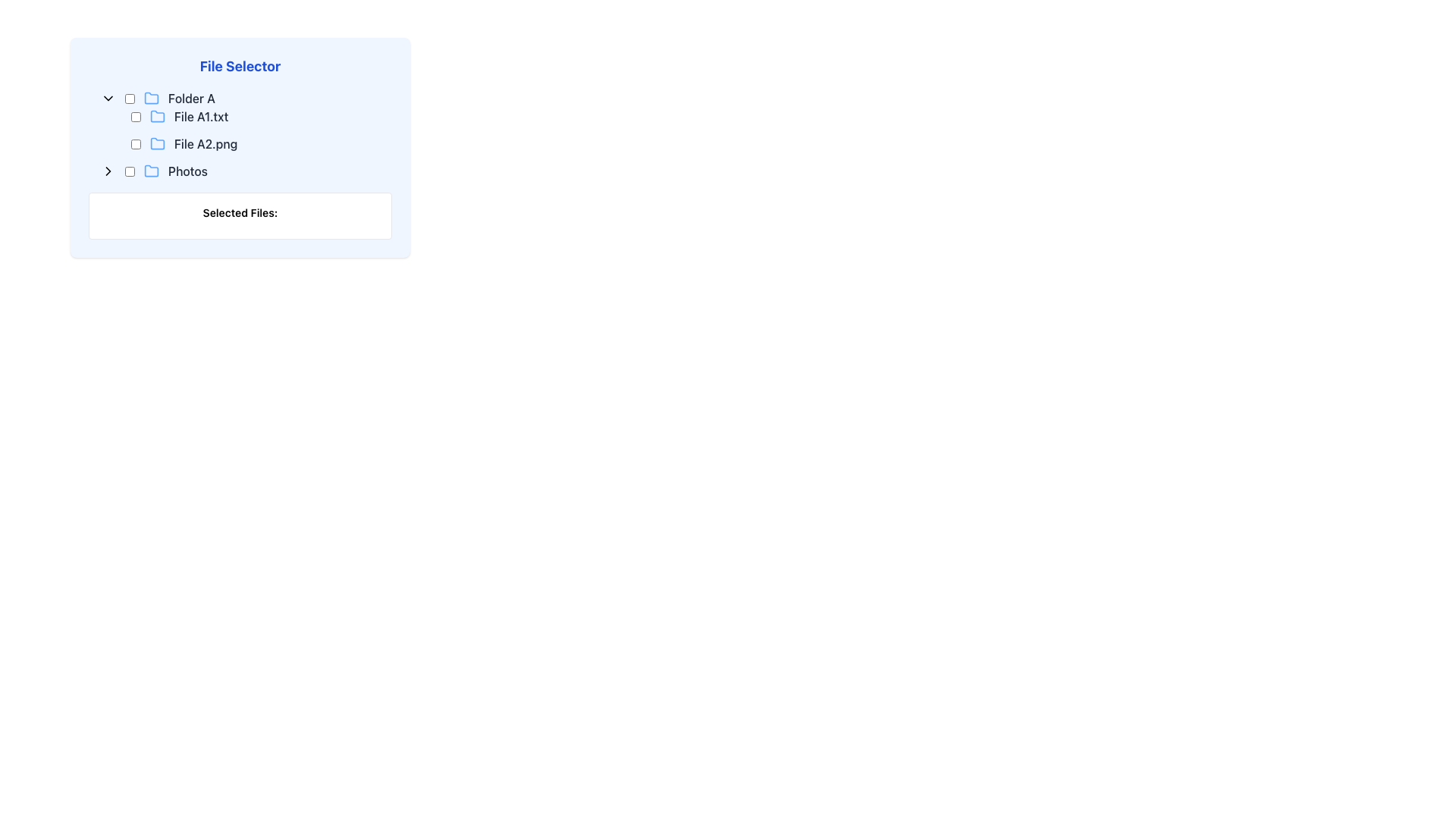 The image size is (1456, 819). Describe the element at coordinates (152, 97) in the screenshot. I see `the folder icon representing 'Folder A' in the 'File Selector' panel` at that location.